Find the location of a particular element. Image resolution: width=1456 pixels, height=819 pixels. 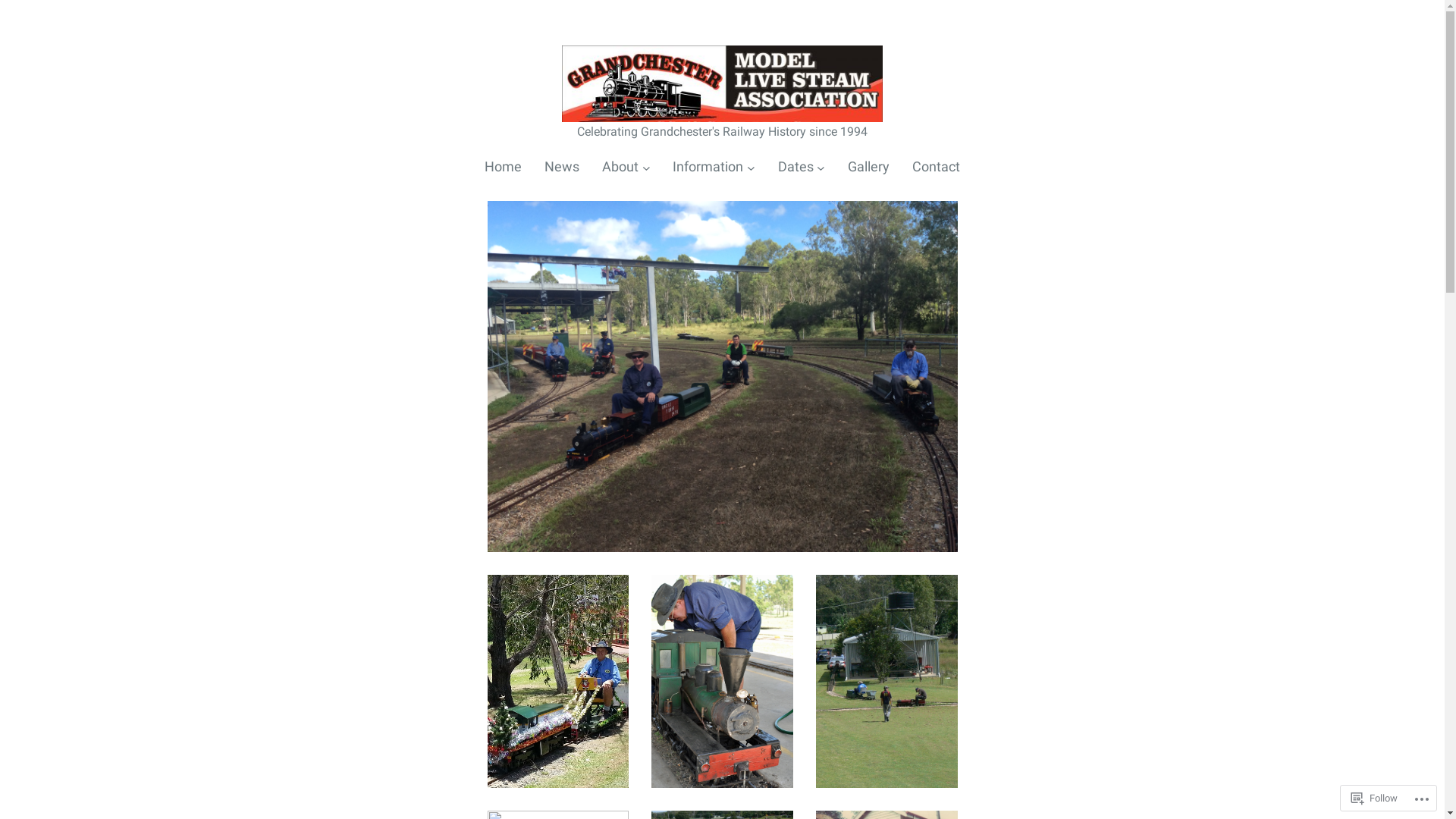

'About' is located at coordinates (620, 167).